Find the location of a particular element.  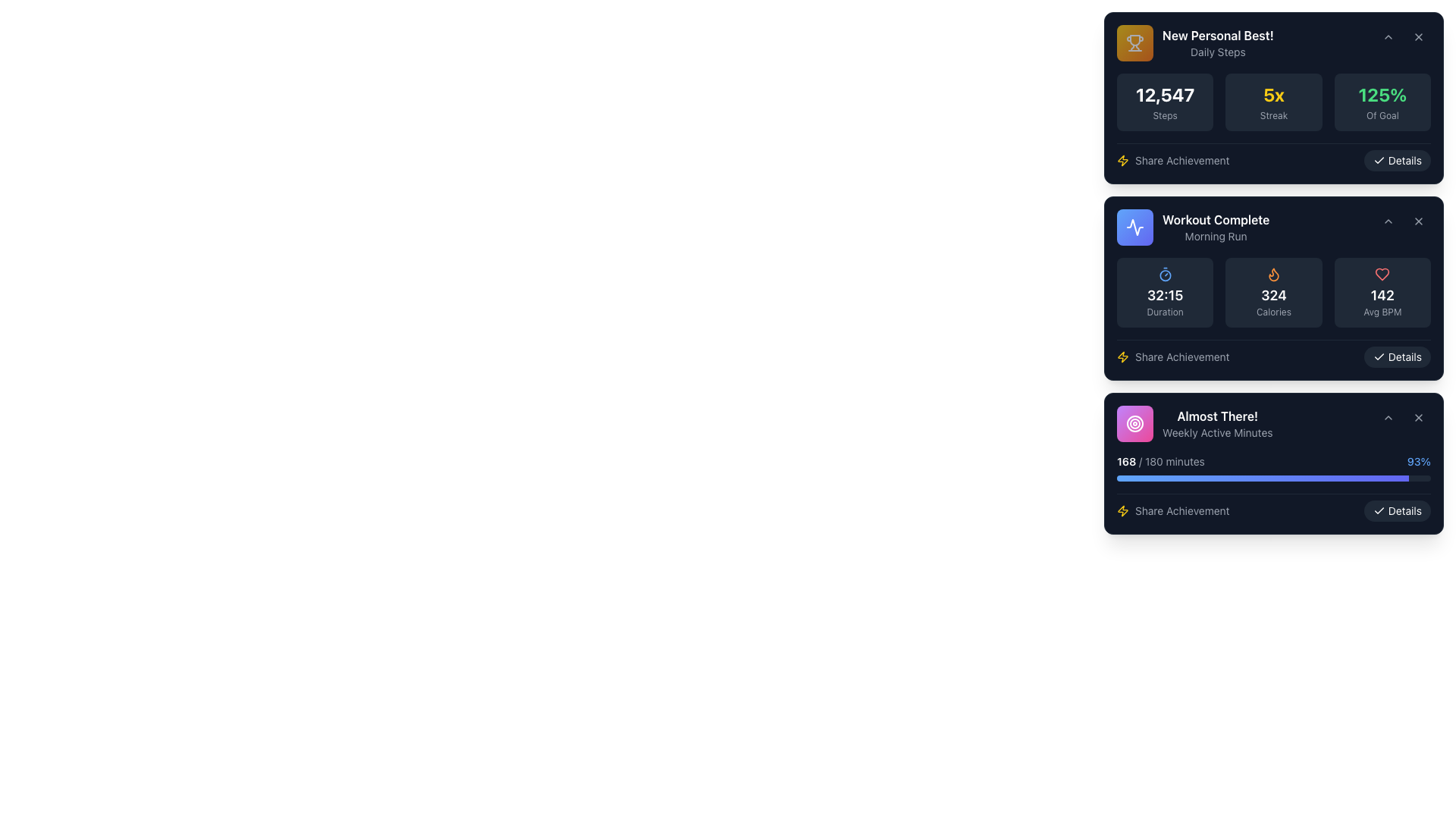

the 'Share Achievement' text label with a lightning bolt icon located at the bottom left corner of the third card in the vertically stacked list is located at coordinates (1172, 511).